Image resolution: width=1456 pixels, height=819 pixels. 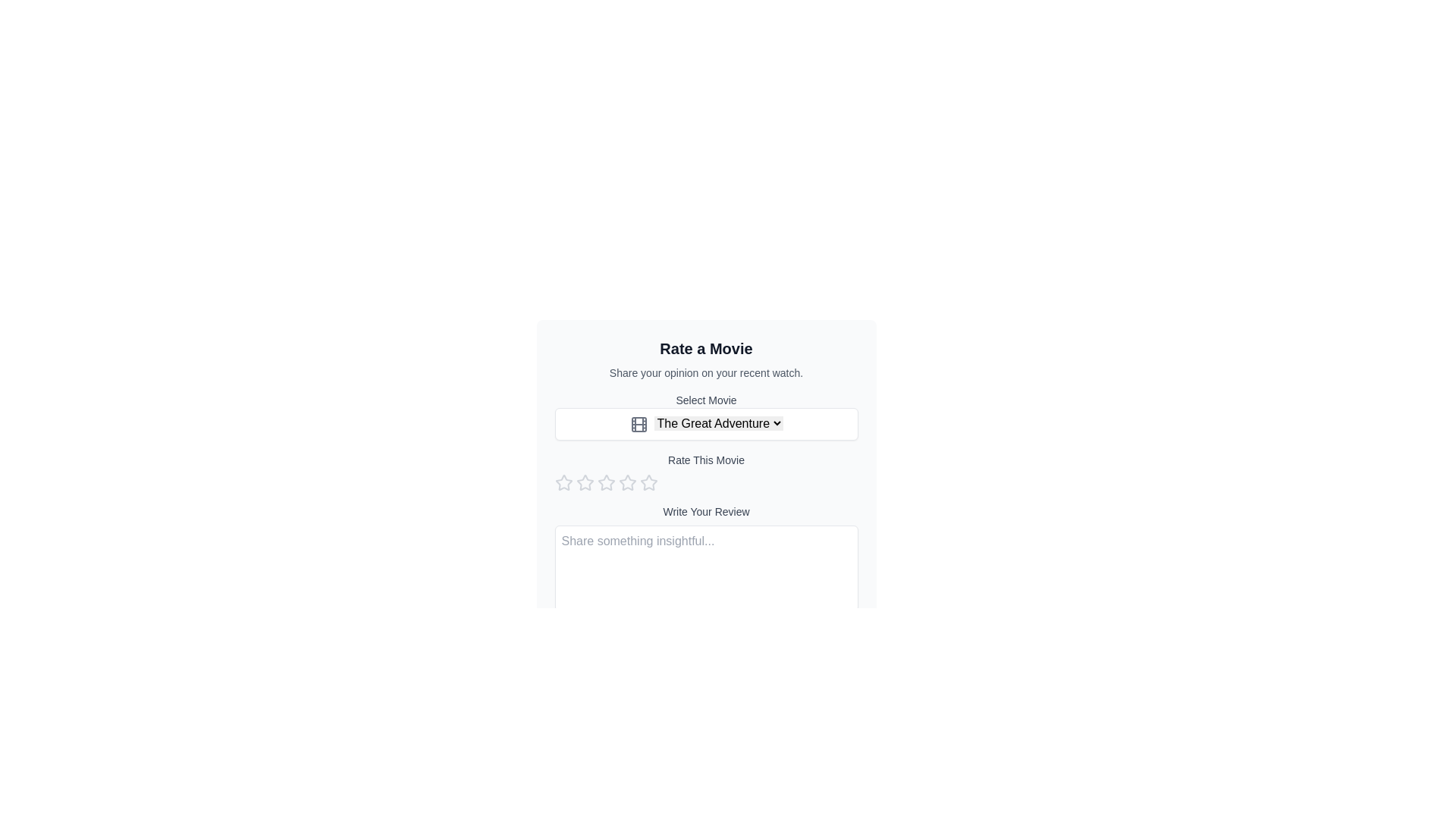 What do you see at coordinates (705, 373) in the screenshot?
I see `the instructional text label that prompts users to share their thoughts or opinions regarding their last viewed movie, located below the 'Rate a Movie' title header and above the 'Select Movie' dropdown` at bounding box center [705, 373].